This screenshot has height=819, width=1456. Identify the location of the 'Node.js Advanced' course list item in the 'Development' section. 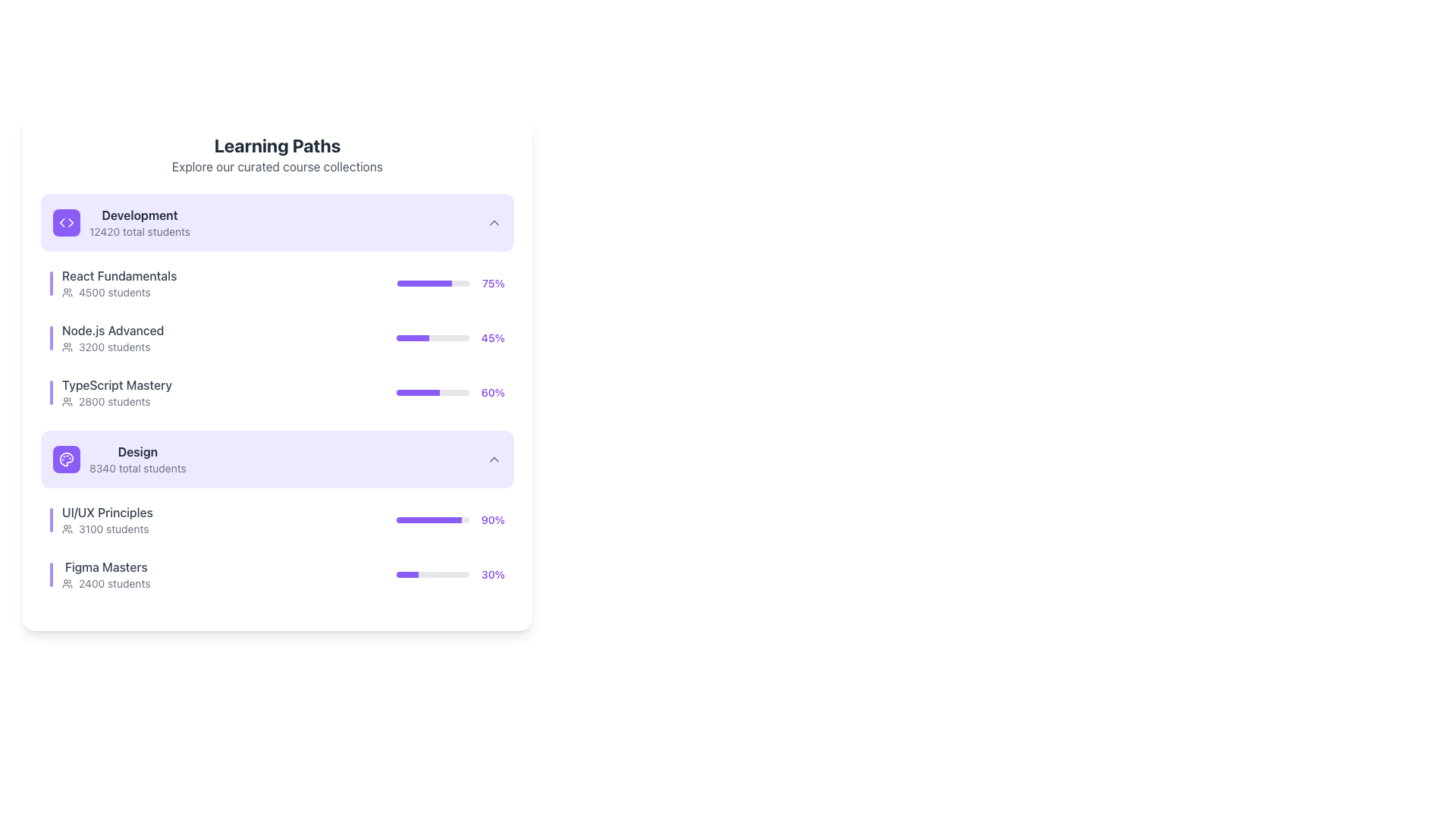
(277, 337).